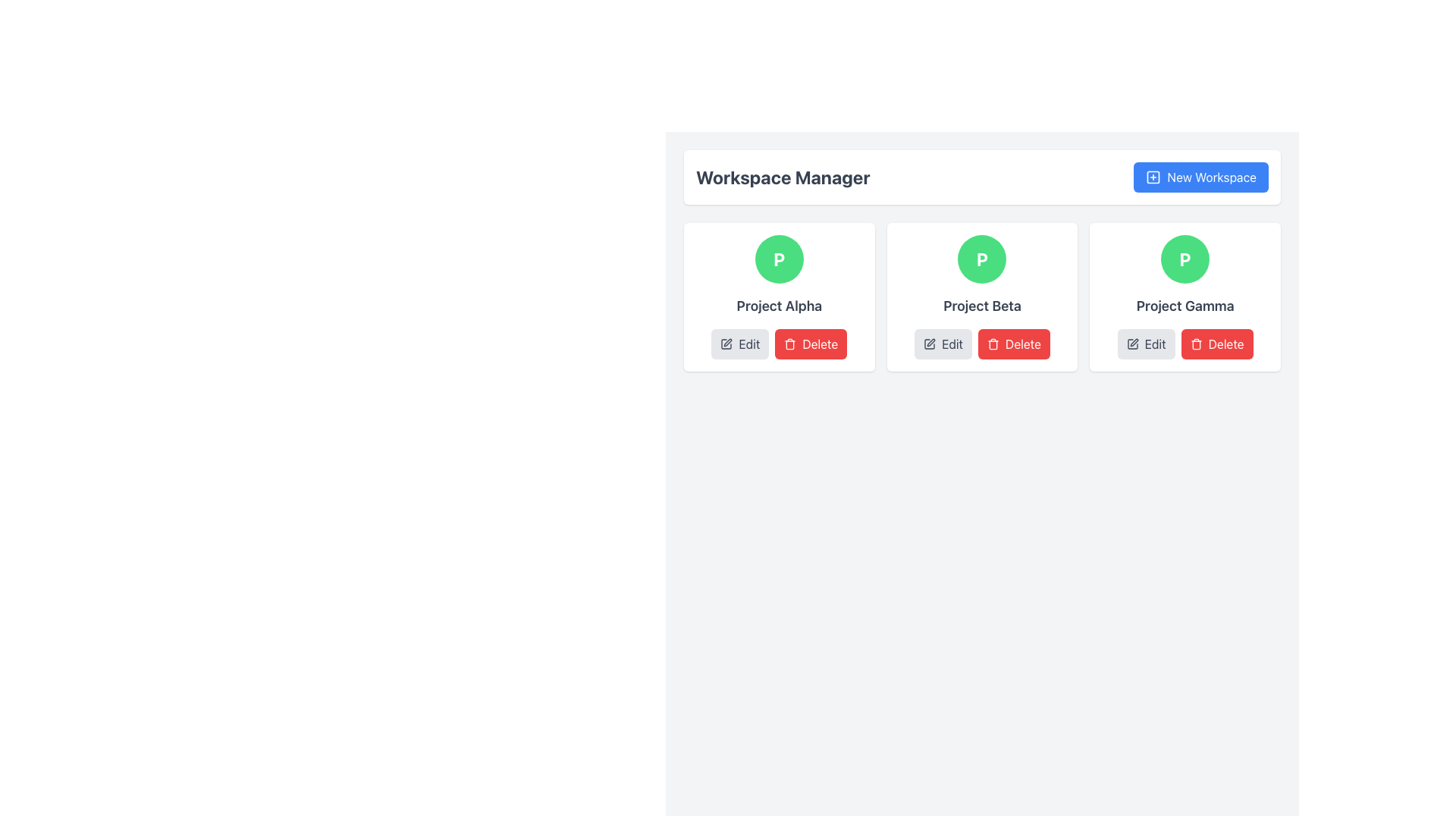 The height and width of the screenshot is (819, 1456). What do you see at coordinates (1185, 297) in the screenshot?
I see `the 'Project Gamma' card with actionable controls, which is the third card in the row under the 'Workspace Manager' section` at bounding box center [1185, 297].